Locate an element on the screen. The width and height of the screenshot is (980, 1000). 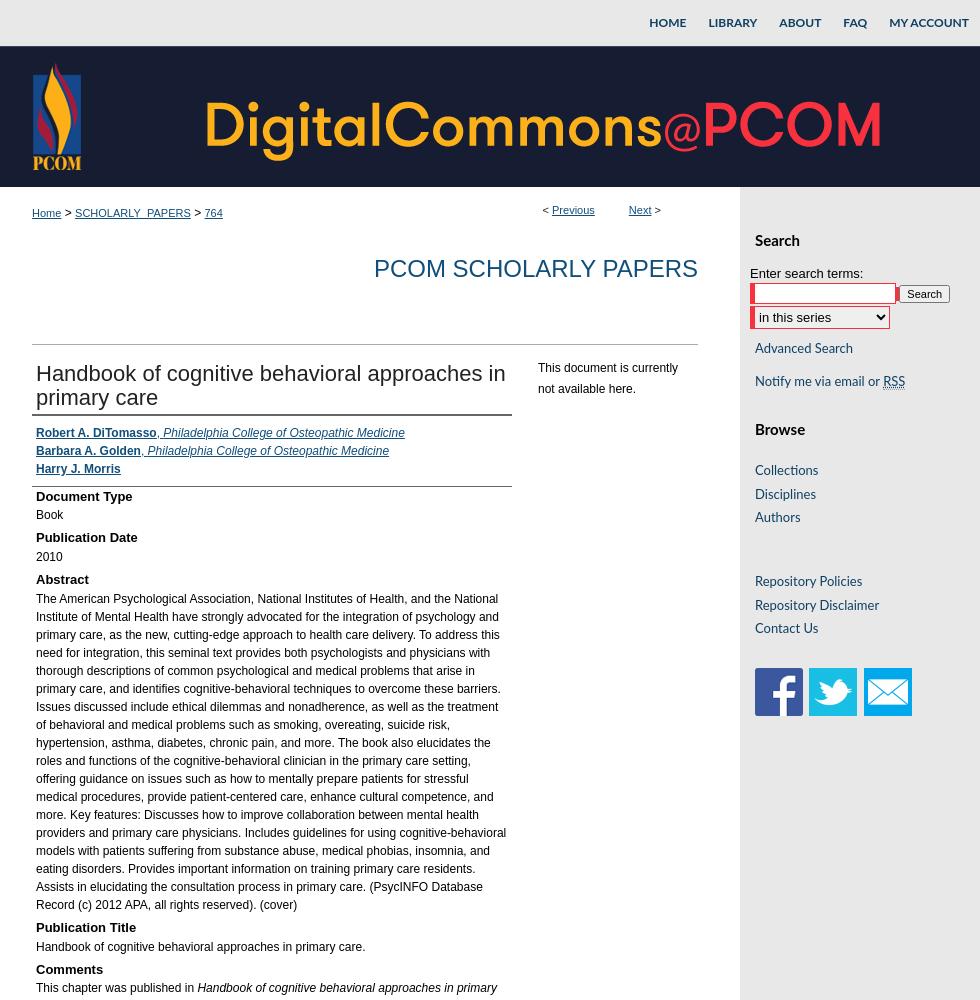
'This document is currently not available here.' is located at coordinates (538, 378).